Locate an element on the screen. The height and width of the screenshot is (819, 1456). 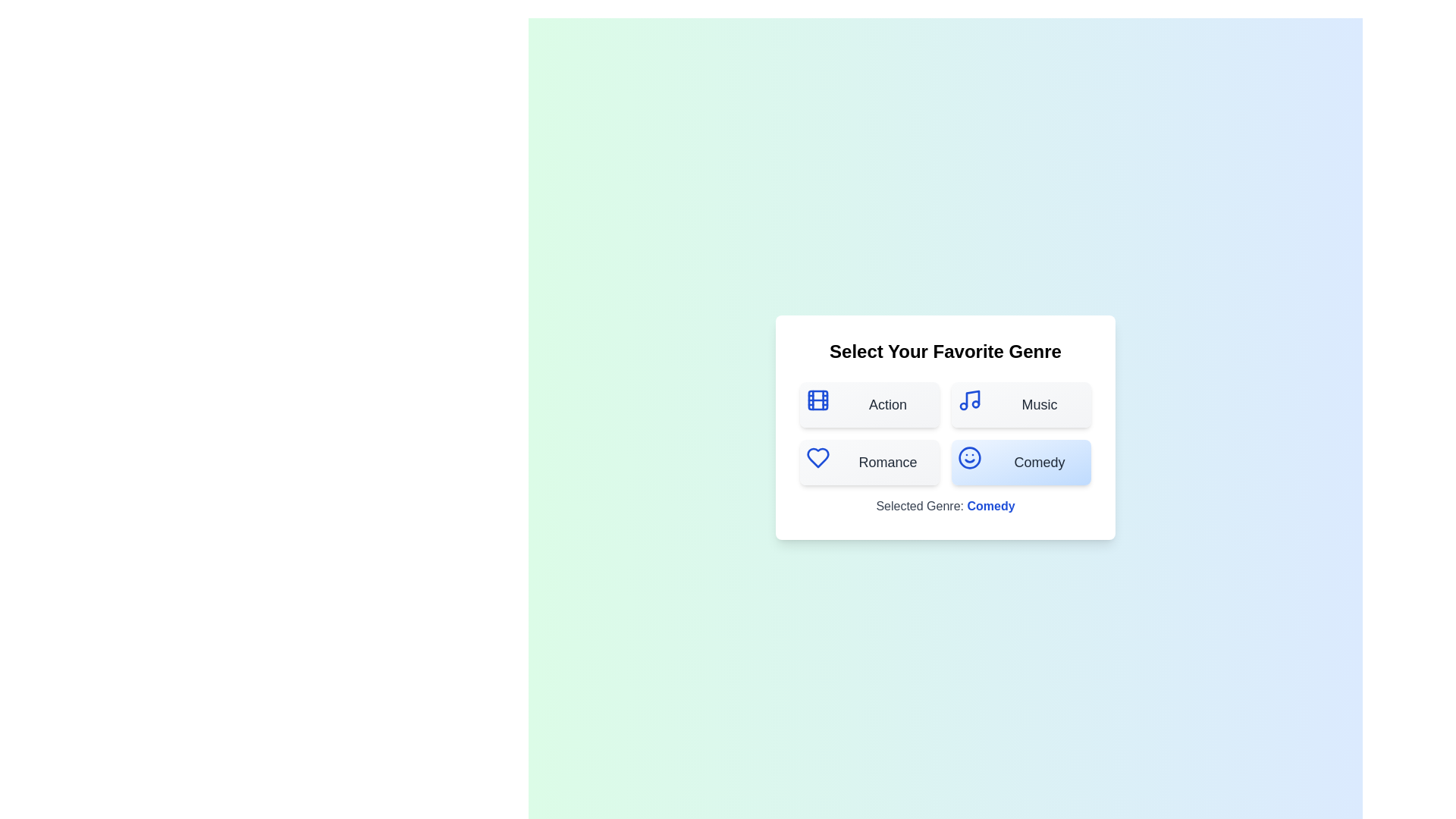
the 'Romance' button located in the bottom-left quadrant of the 'Select Your Favorite Genre' interface, which contains a blue outlined heart icon in its top-left corner is located at coordinates (817, 457).